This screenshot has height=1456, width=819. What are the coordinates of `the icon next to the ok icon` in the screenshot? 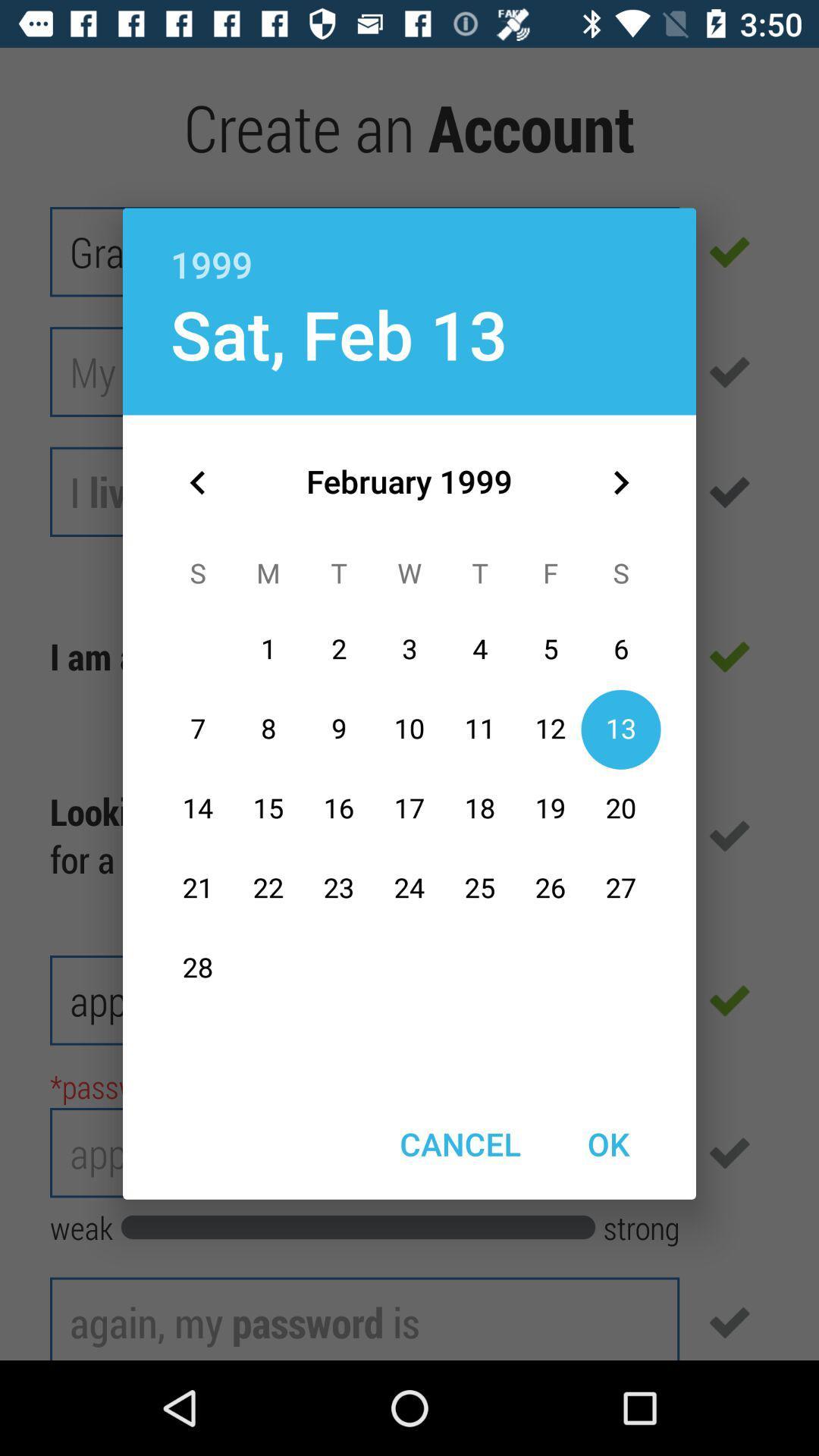 It's located at (460, 1144).